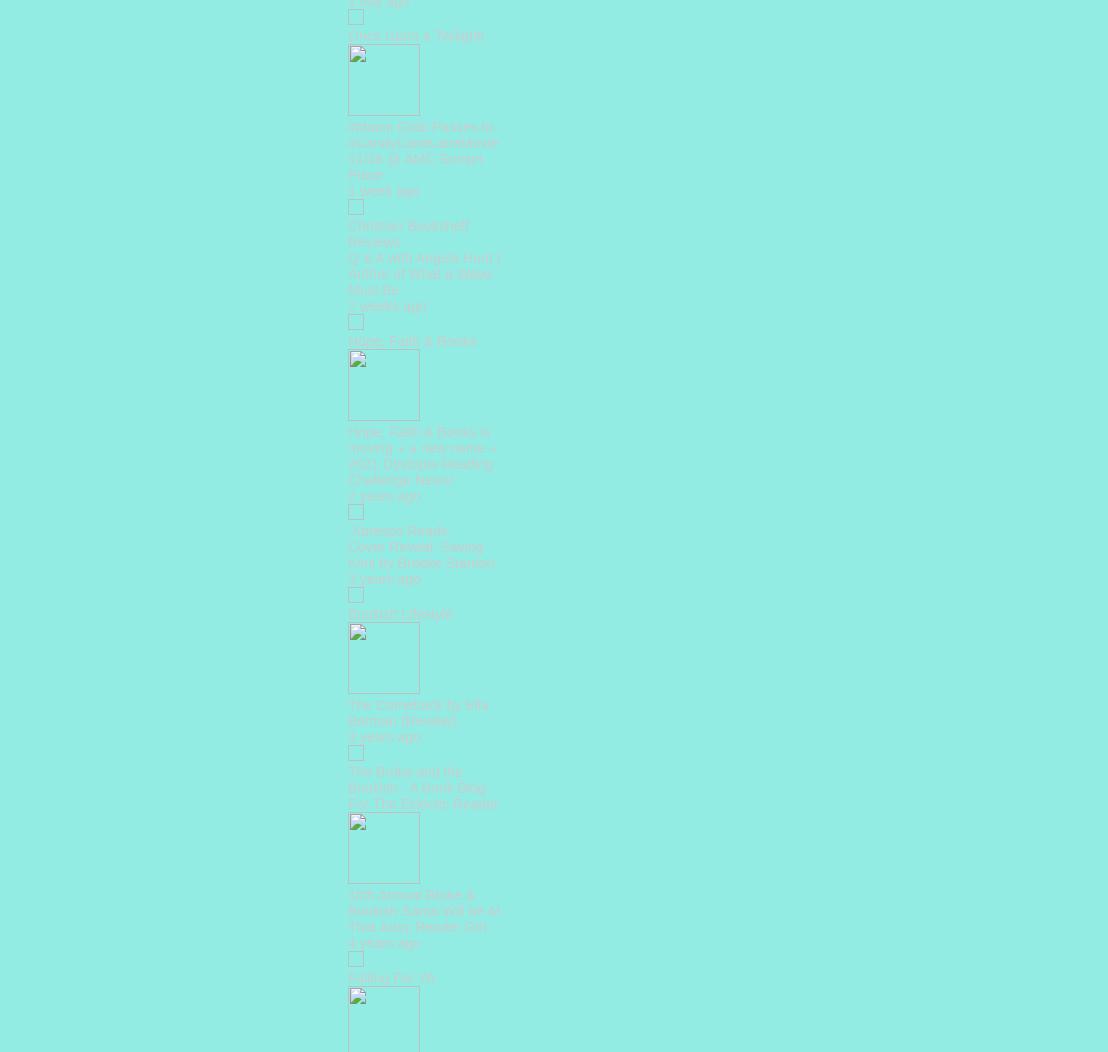  I want to click on '2 weeks ago', so click(387, 304).